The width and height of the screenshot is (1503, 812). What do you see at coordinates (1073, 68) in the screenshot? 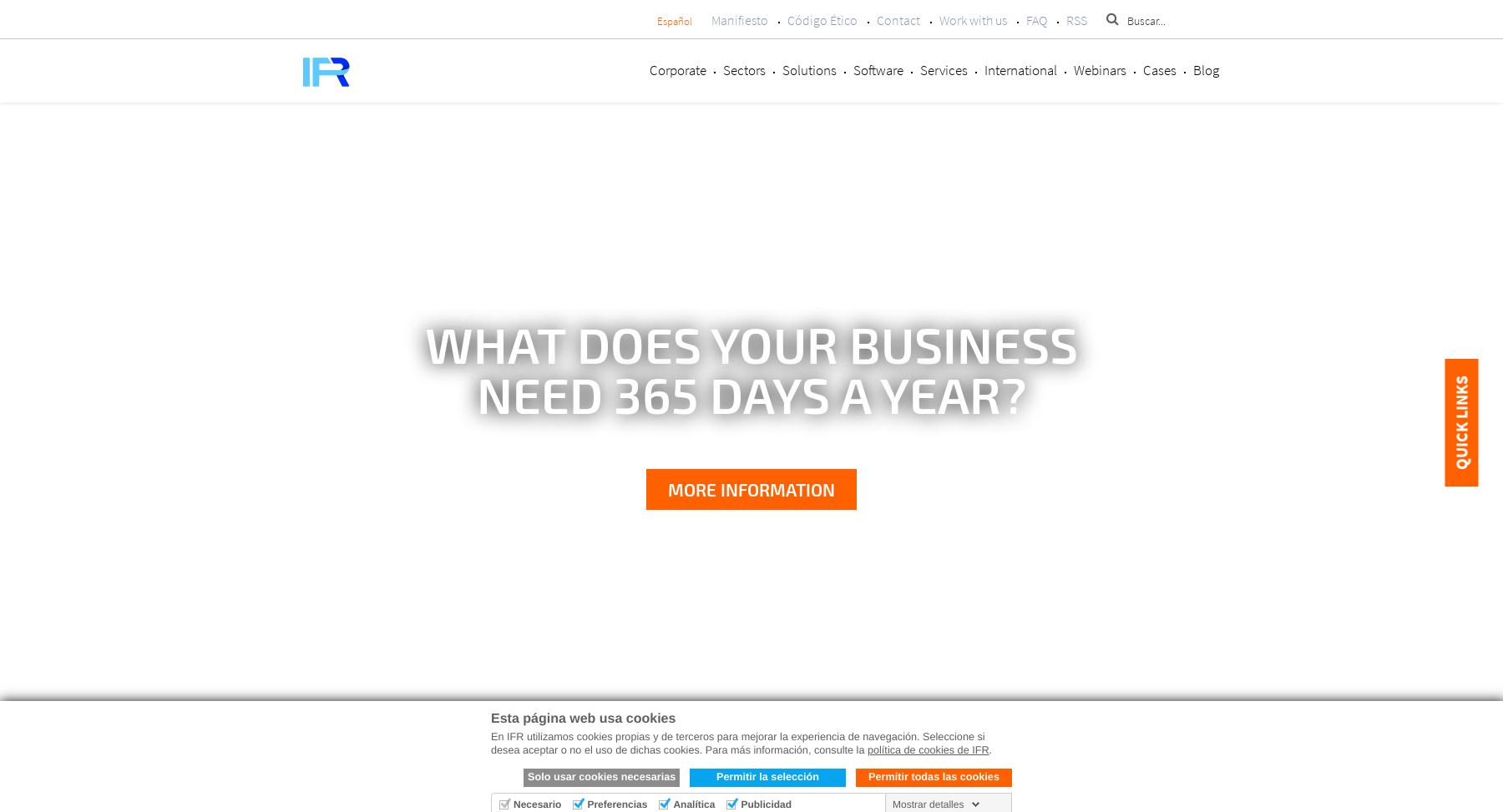
I see `'Webinars'` at bounding box center [1073, 68].